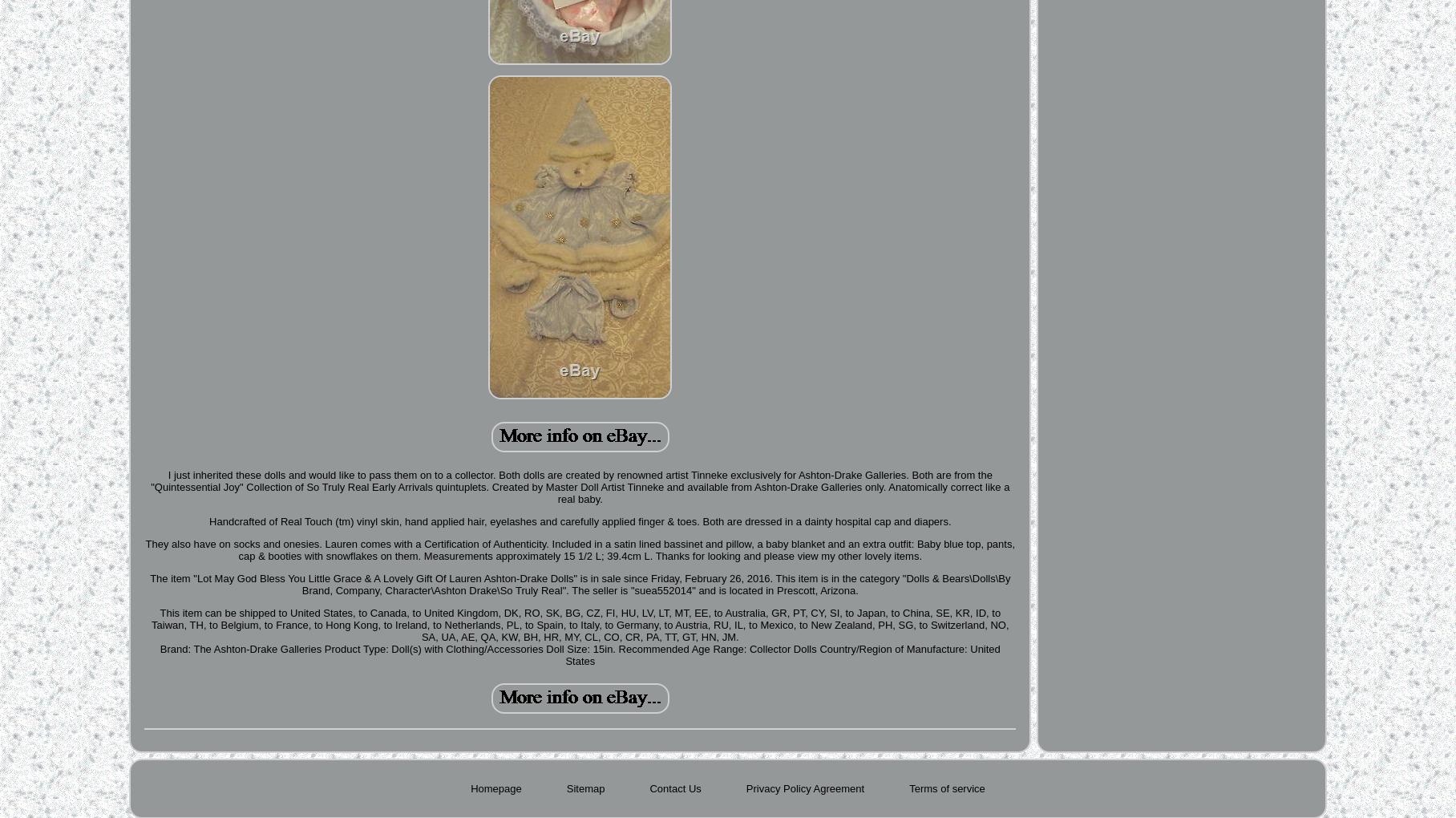 The height and width of the screenshot is (818, 1456). I want to click on 'I just inherited these dolls and would like to pass them on to a collector. Both dolls are created by renowned artist Tinneke exclusively for Ashton-Drake Galleries. Both are from the "Quintessential Joy" Collection of So Truly Real Early Arrivals quintuplets. Created by Master Doll Artist Tinneke and available from Ashton-Drake Galleries only. Anatomically correct like a real baby.', so click(579, 486).